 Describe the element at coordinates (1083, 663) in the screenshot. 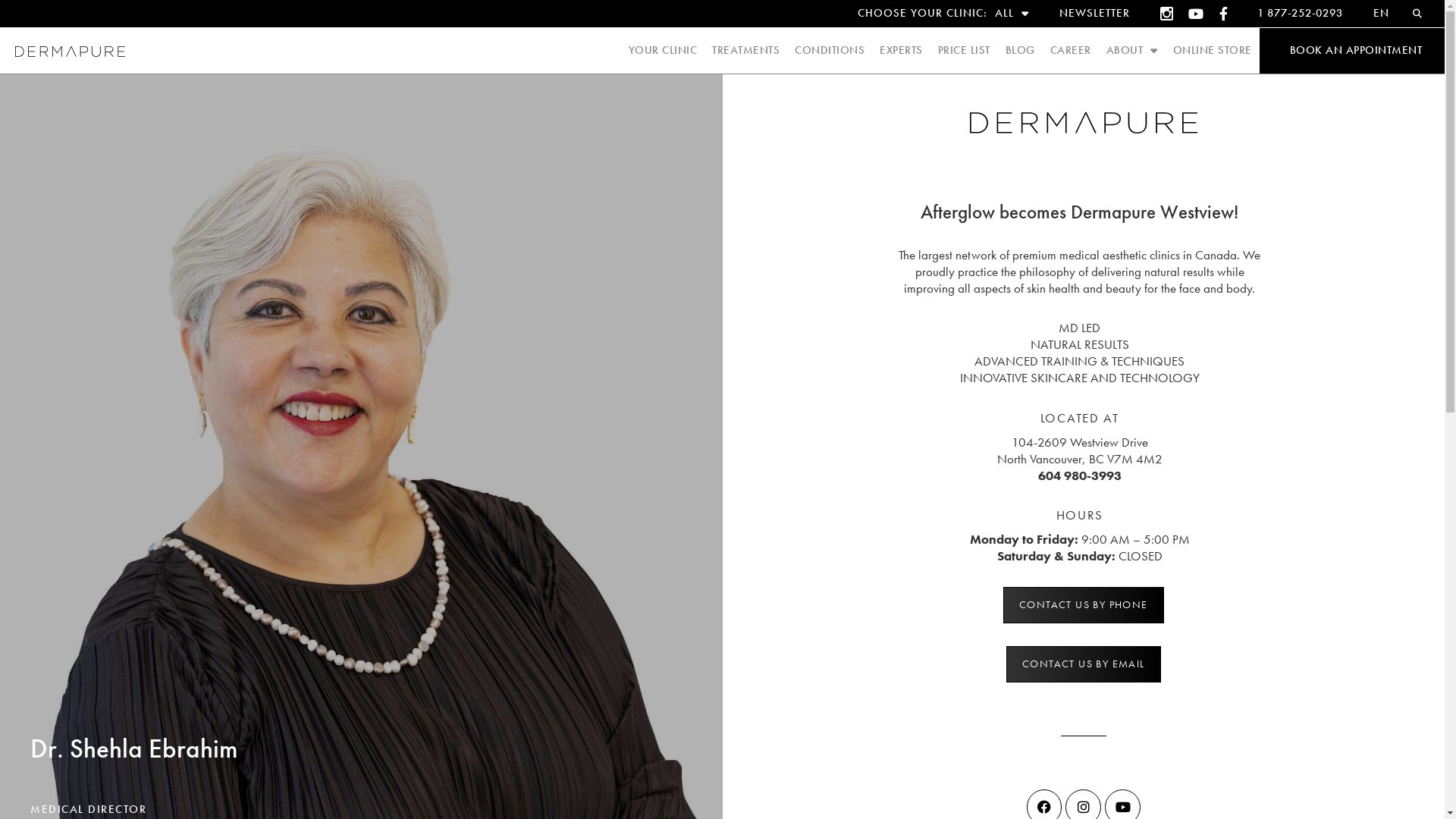

I see `'CONTACT US BY EMAIL'` at that location.